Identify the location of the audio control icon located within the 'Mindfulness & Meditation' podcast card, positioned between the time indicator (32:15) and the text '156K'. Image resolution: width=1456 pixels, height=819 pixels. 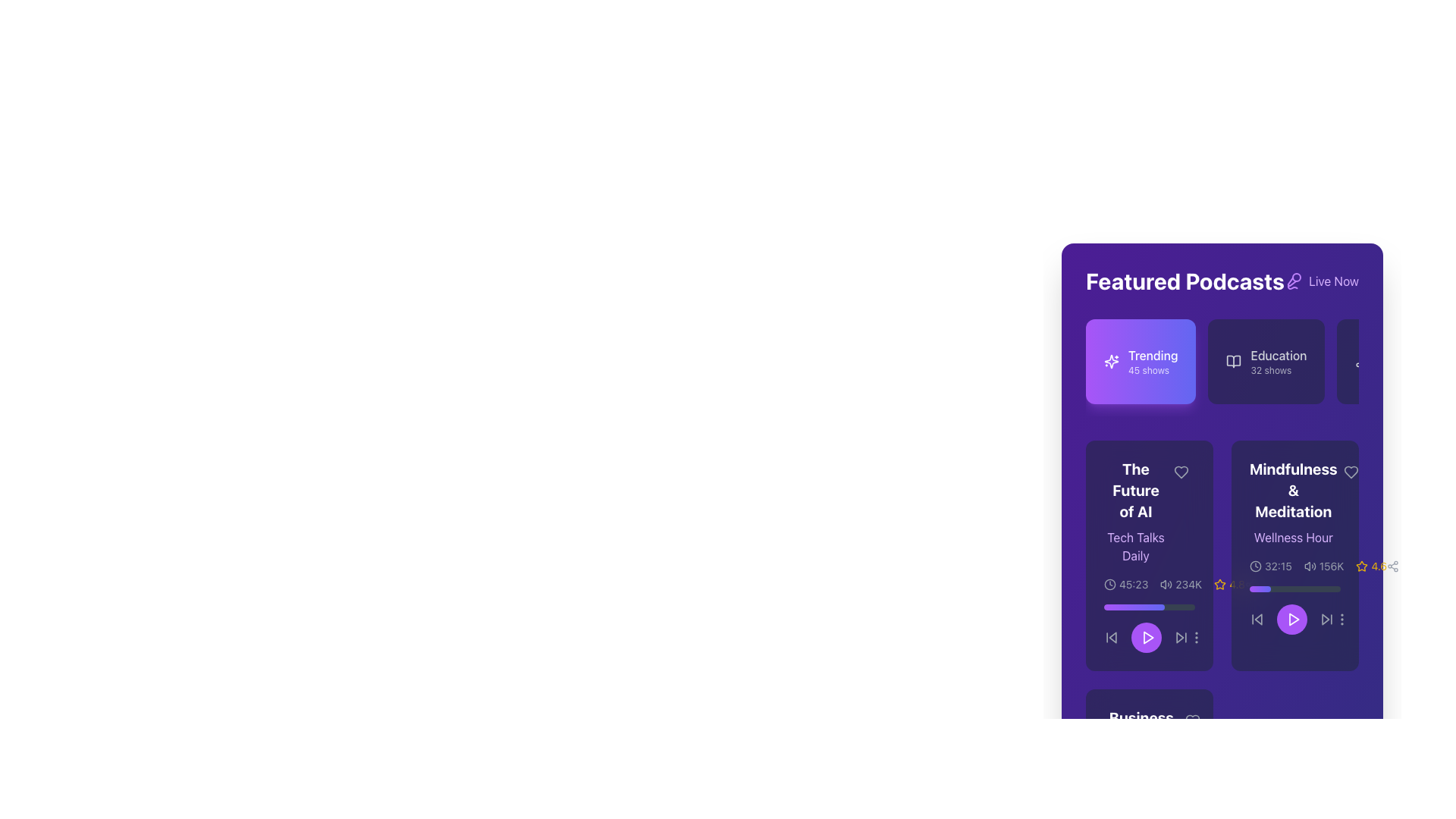
(1309, 566).